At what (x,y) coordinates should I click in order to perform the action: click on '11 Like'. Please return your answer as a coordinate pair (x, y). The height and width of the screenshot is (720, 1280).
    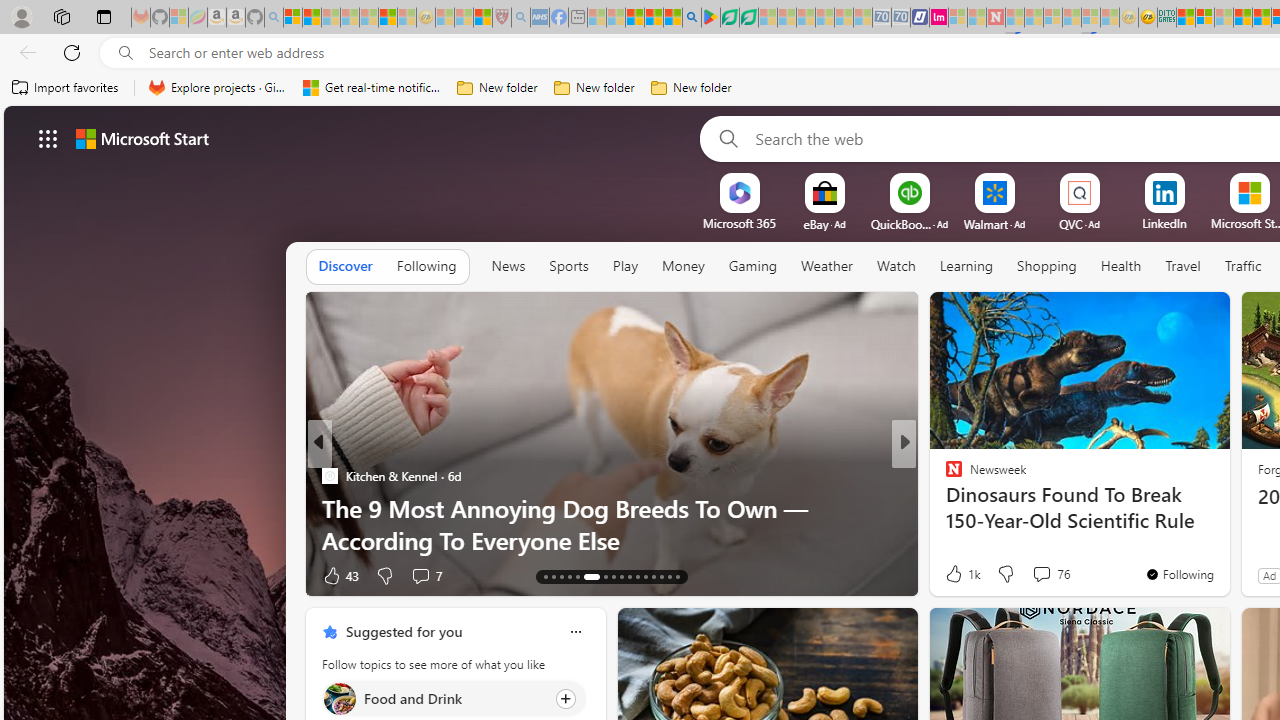
    Looking at the image, I should click on (955, 575).